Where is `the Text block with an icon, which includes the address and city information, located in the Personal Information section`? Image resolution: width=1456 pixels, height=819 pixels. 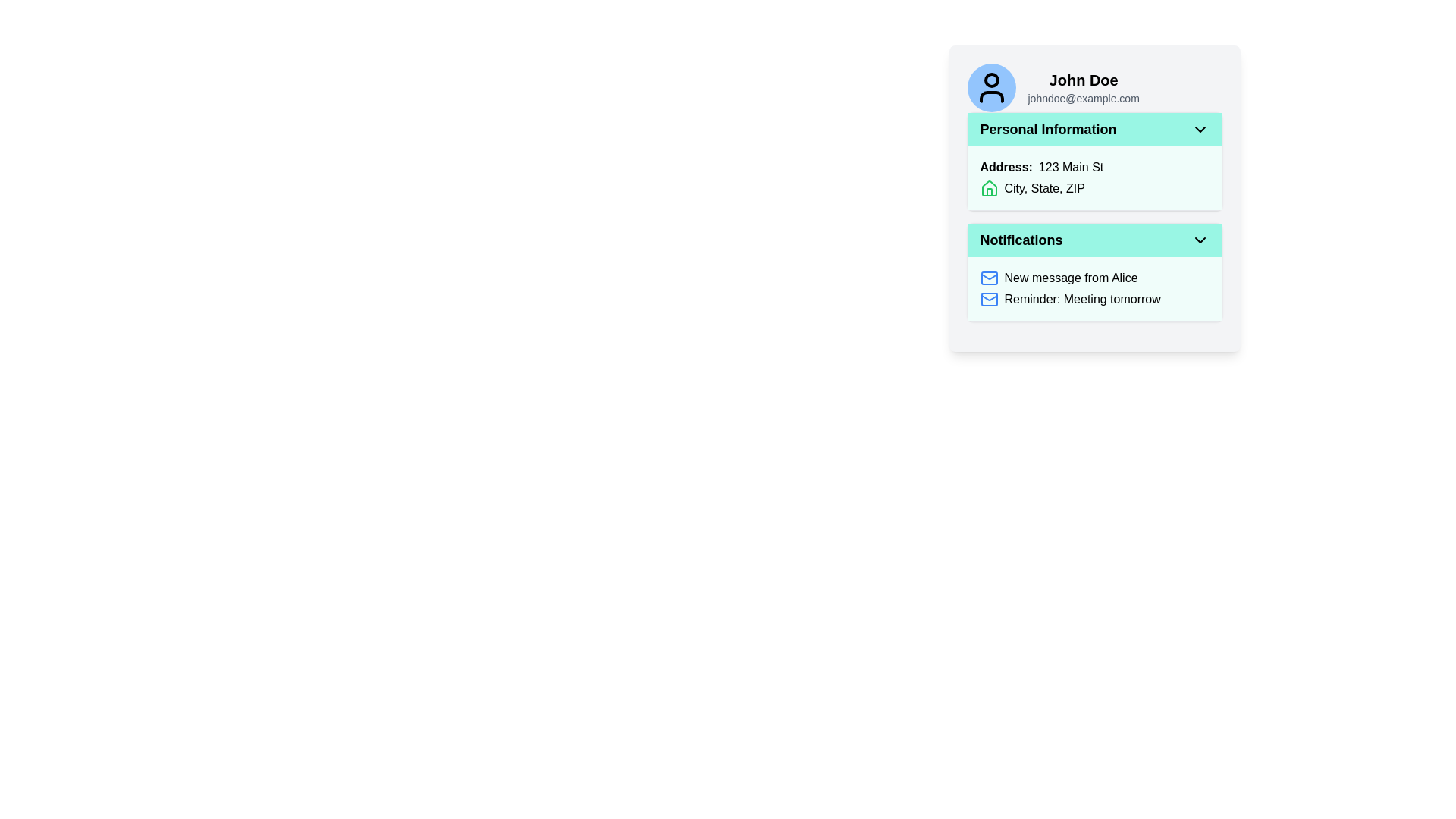
the Text block with an icon, which includes the address and city information, located in the Personal Information section is located at coordinates (1094, 177).